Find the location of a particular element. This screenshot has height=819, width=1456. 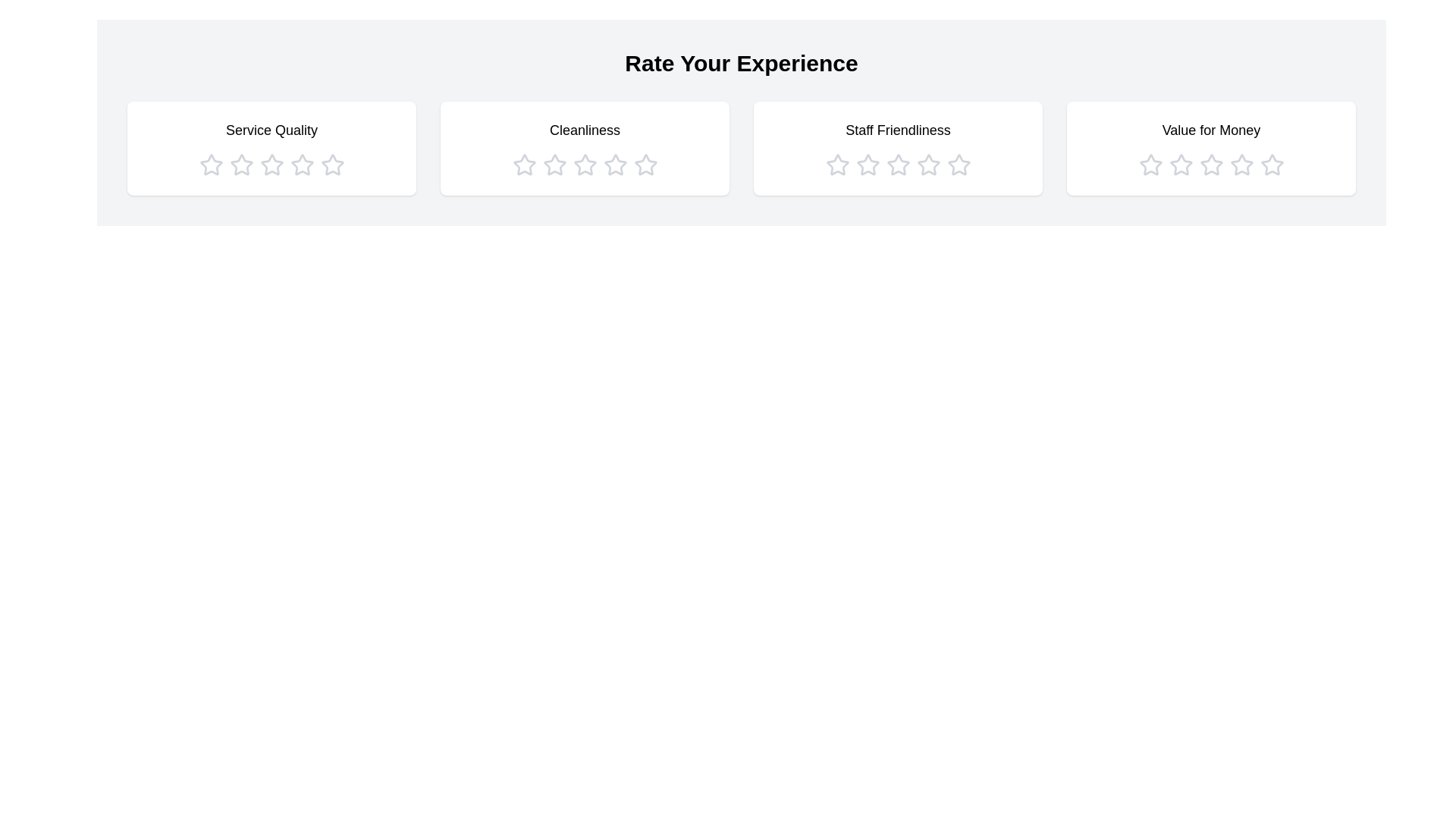

the star icon corresponding to 2 stars in the category Cleanliness is located at coordinates (554, 165).